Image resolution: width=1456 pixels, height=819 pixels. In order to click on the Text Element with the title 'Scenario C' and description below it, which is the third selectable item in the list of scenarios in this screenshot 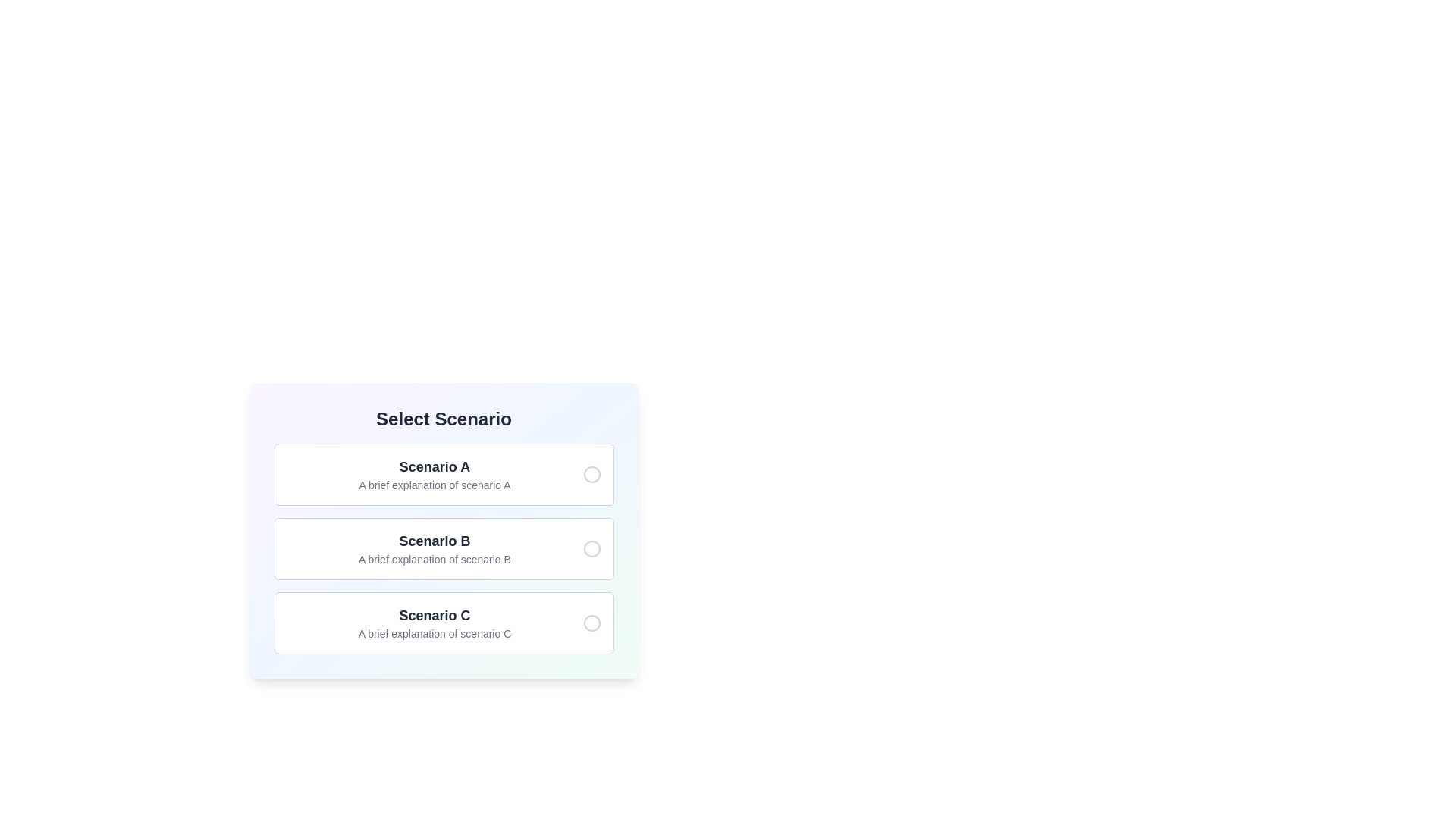, I will do `click(434, 623)`.